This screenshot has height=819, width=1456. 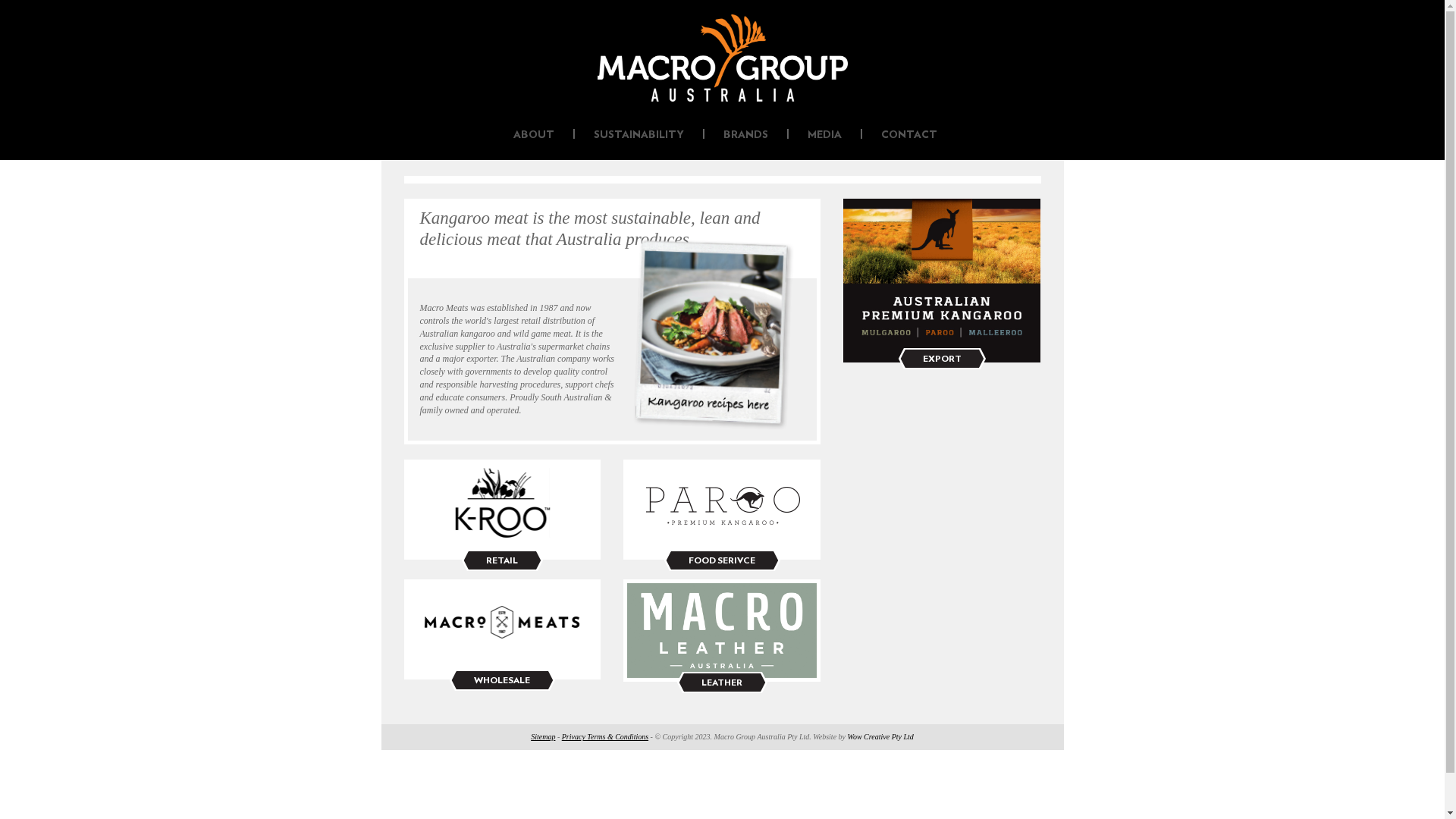 What do you see at coordinates (596, 57) in the screenshot?
I see `'Macro Group Australia'` at bounding box center [596, 57].